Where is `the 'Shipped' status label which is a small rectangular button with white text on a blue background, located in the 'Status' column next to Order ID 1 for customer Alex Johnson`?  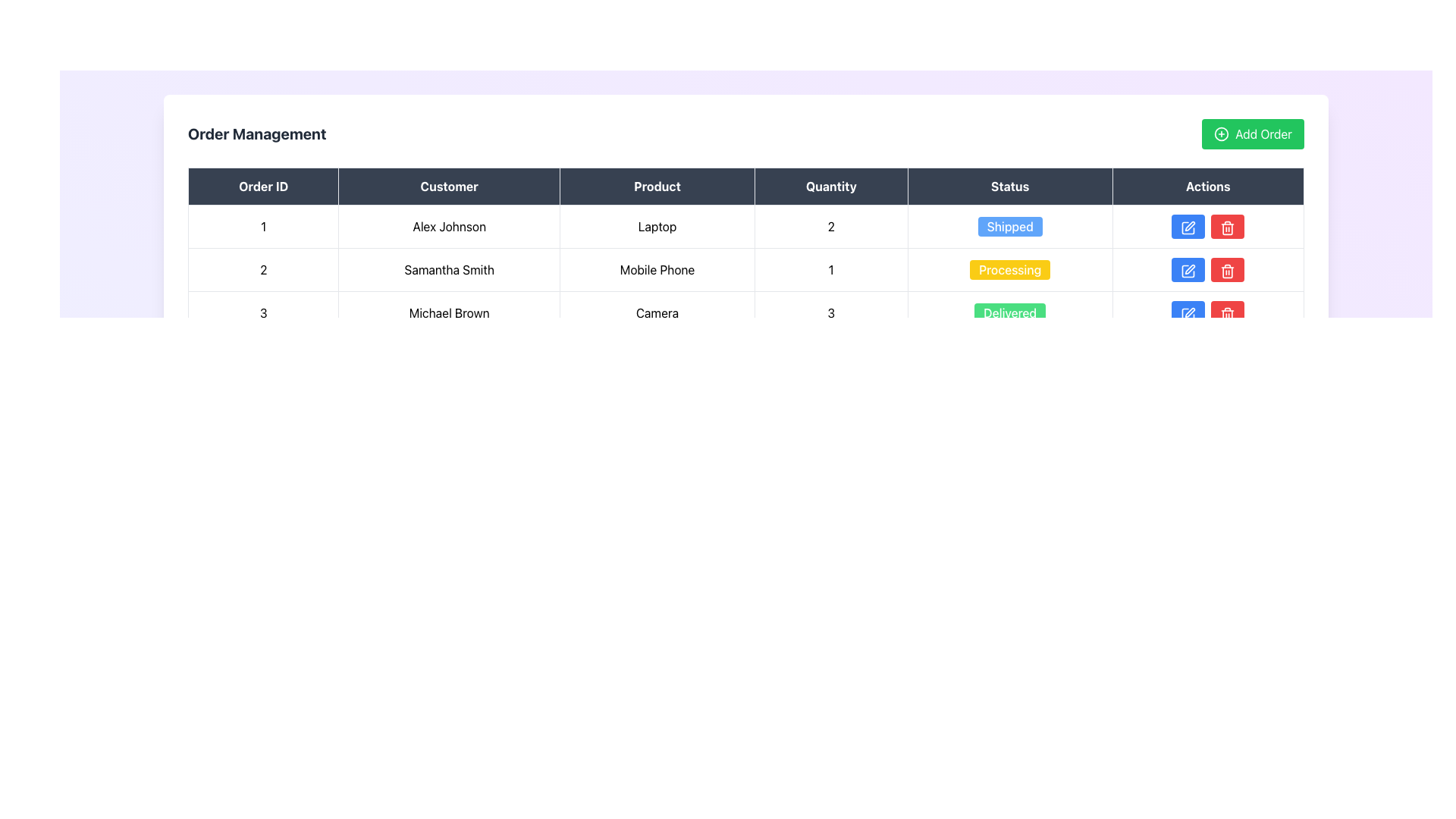 the 'Shipped' status label which is a small rectangular button with white text on a blue background, located in the 'Status' column next to Order ID 1 for customer Alex Johnson is located at coordinates (1010, 227).